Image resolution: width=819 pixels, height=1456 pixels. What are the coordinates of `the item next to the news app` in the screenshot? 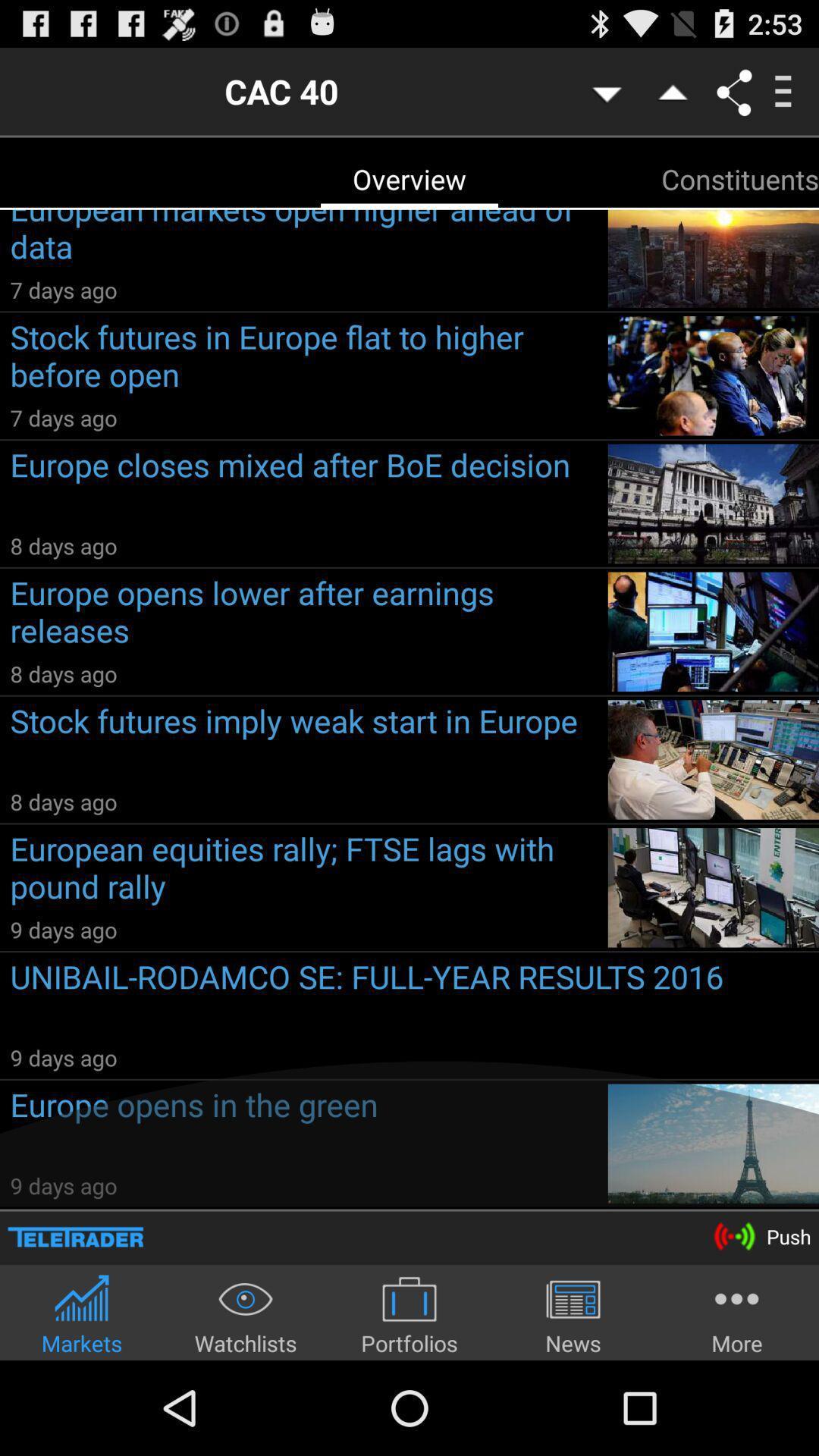 It's located at (736, 1313).